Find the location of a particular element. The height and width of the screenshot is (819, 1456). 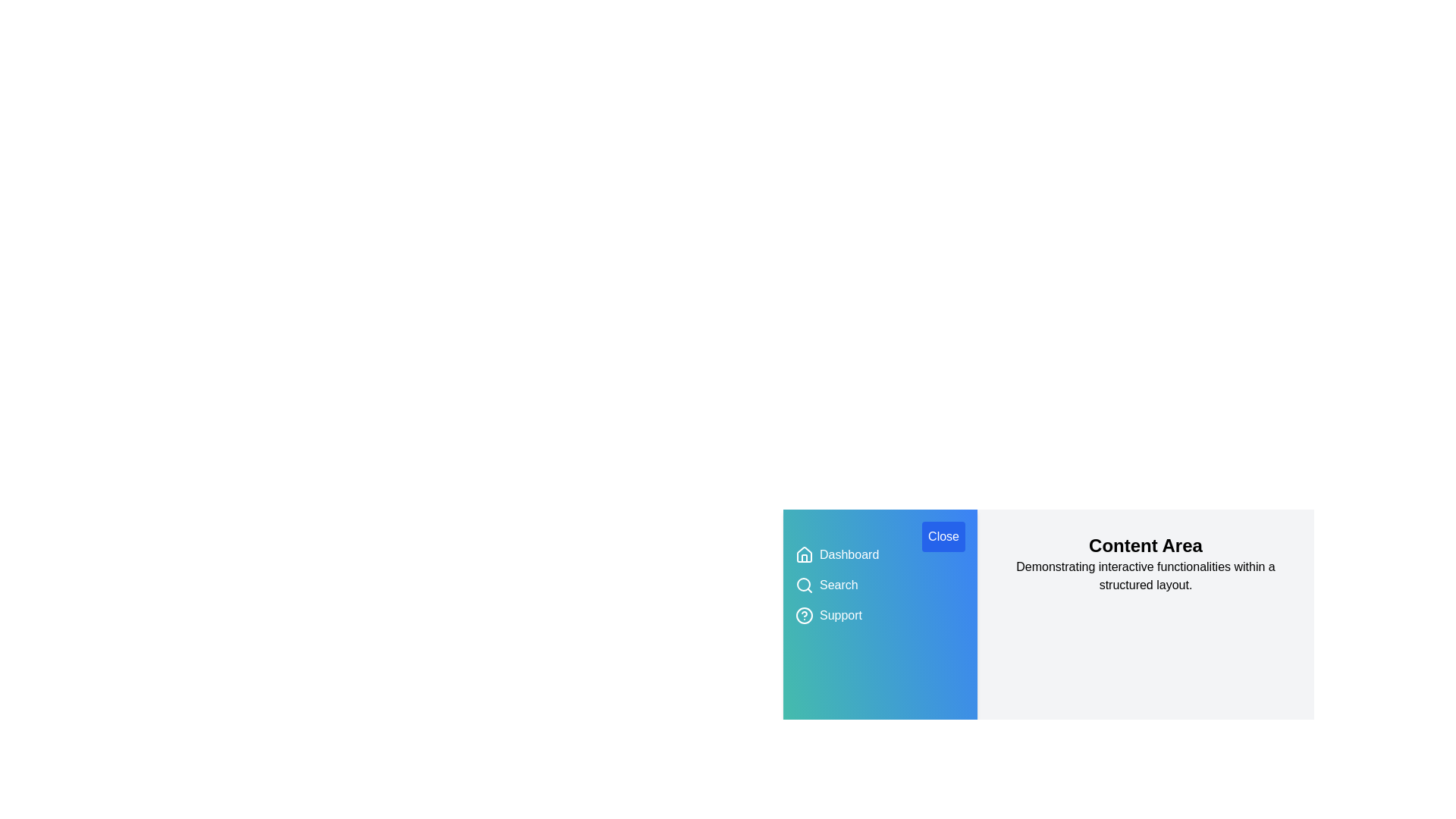

button labeled 'Close' to toggle the drawer is located at coordinates (942, 536).